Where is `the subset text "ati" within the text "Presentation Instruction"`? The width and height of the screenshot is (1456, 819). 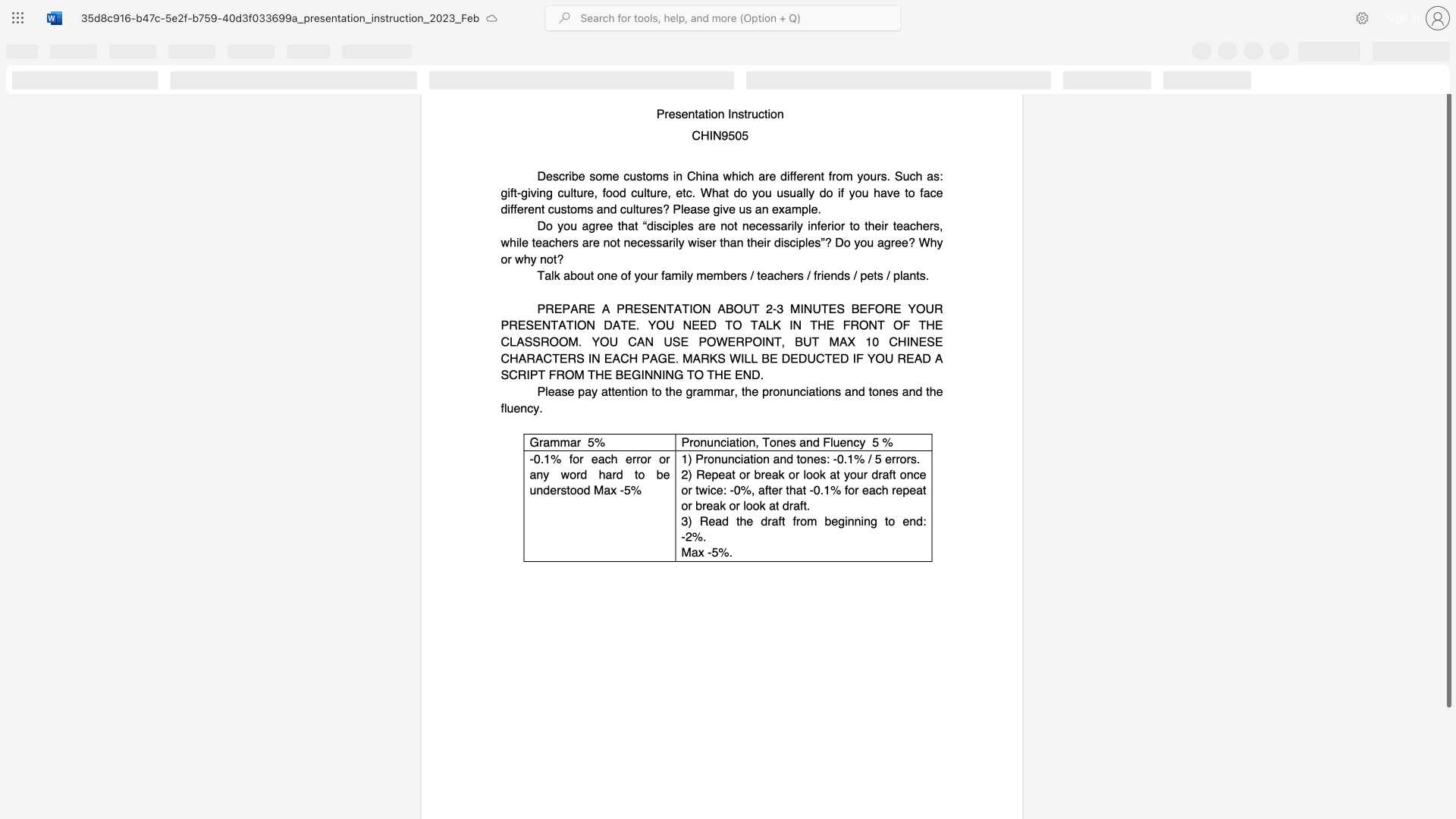
the subset text "ati" within the text "Presentation Instruction" is located at coordinates (697, 113).